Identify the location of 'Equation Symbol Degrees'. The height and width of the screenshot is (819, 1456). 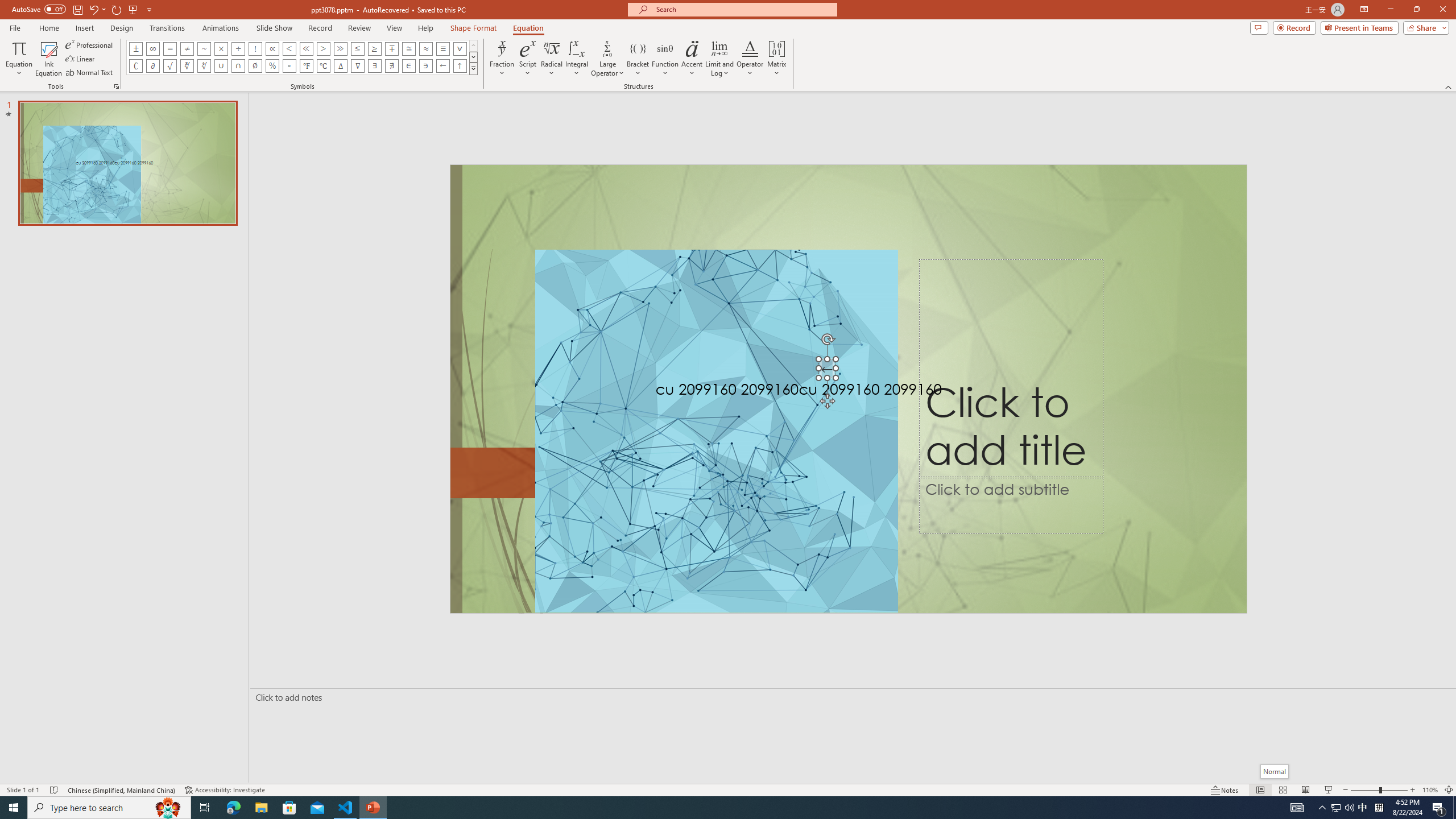
(289, 65).